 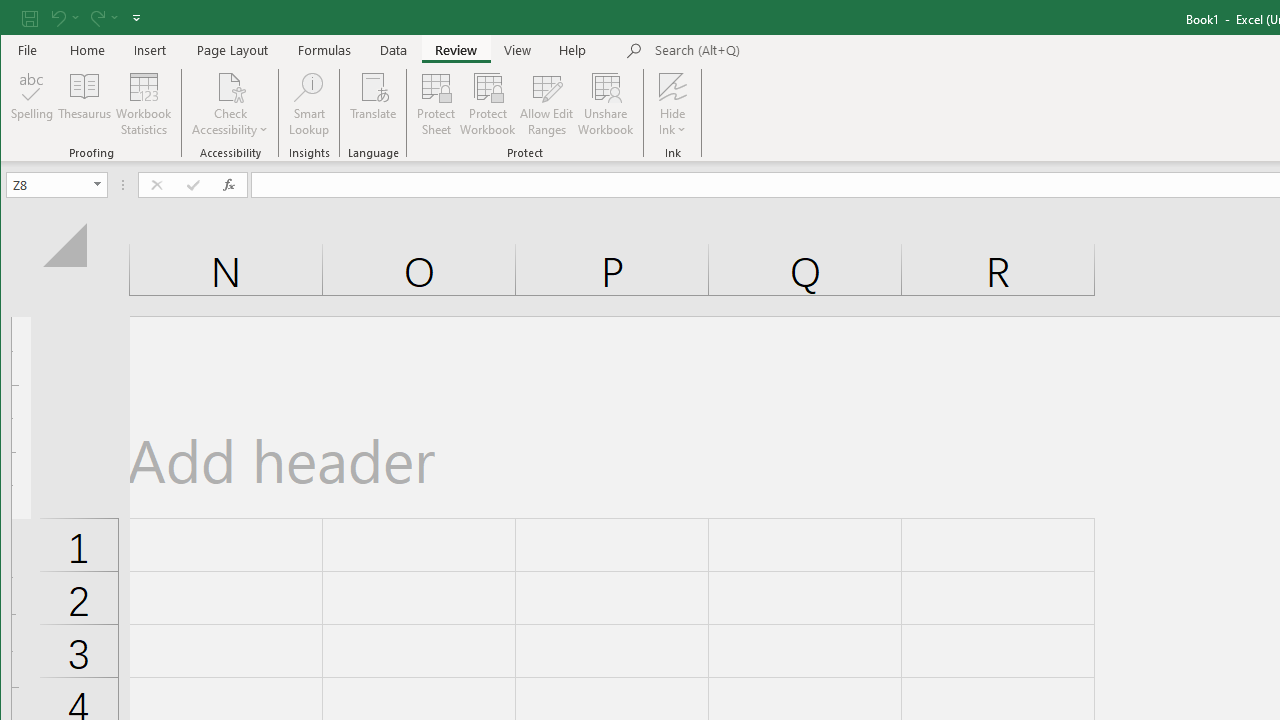 I want to click on 'Data', so click(x=394, y=49).